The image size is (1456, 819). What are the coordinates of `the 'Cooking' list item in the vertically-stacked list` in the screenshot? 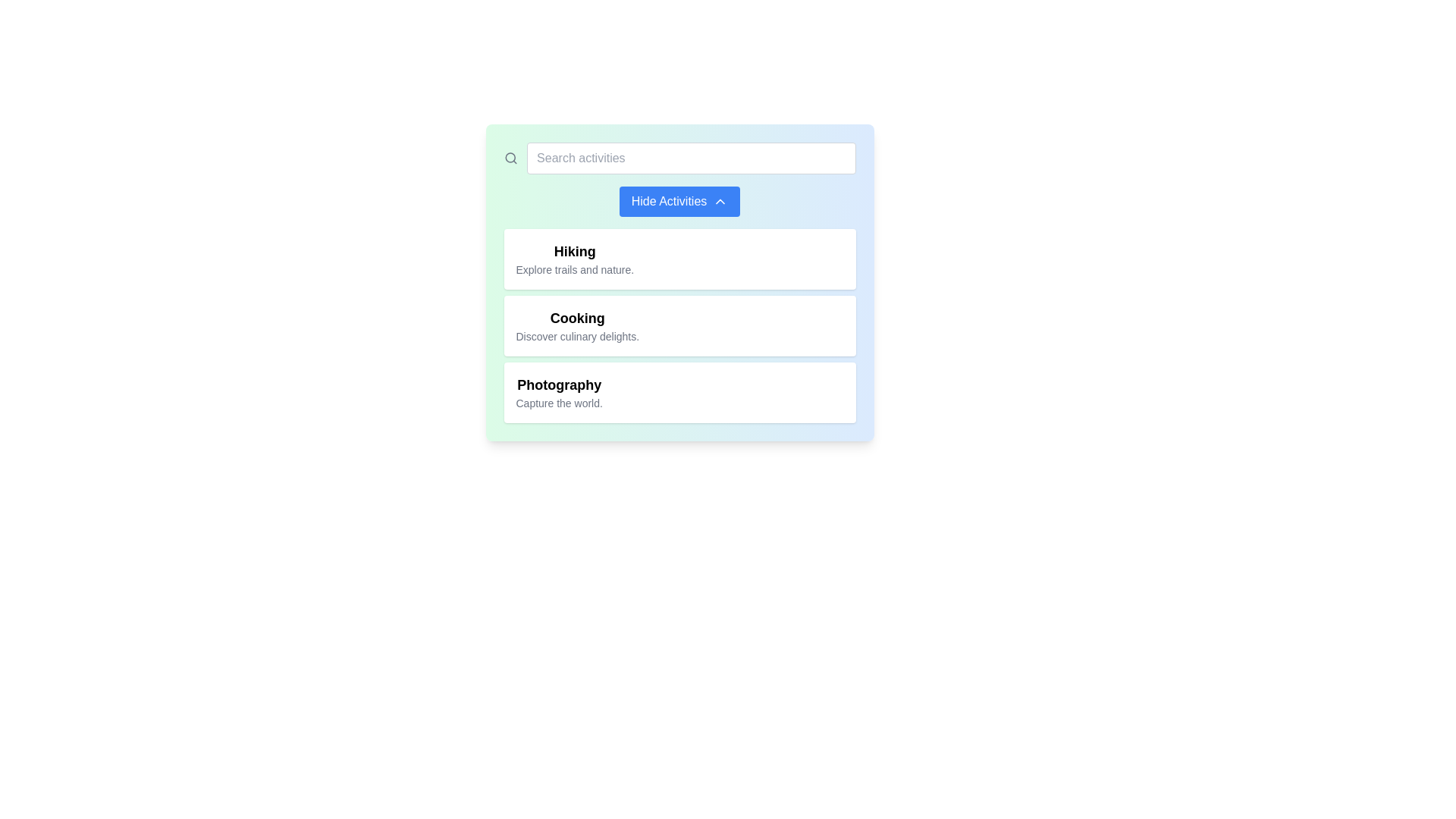 It's located at (679, 325).